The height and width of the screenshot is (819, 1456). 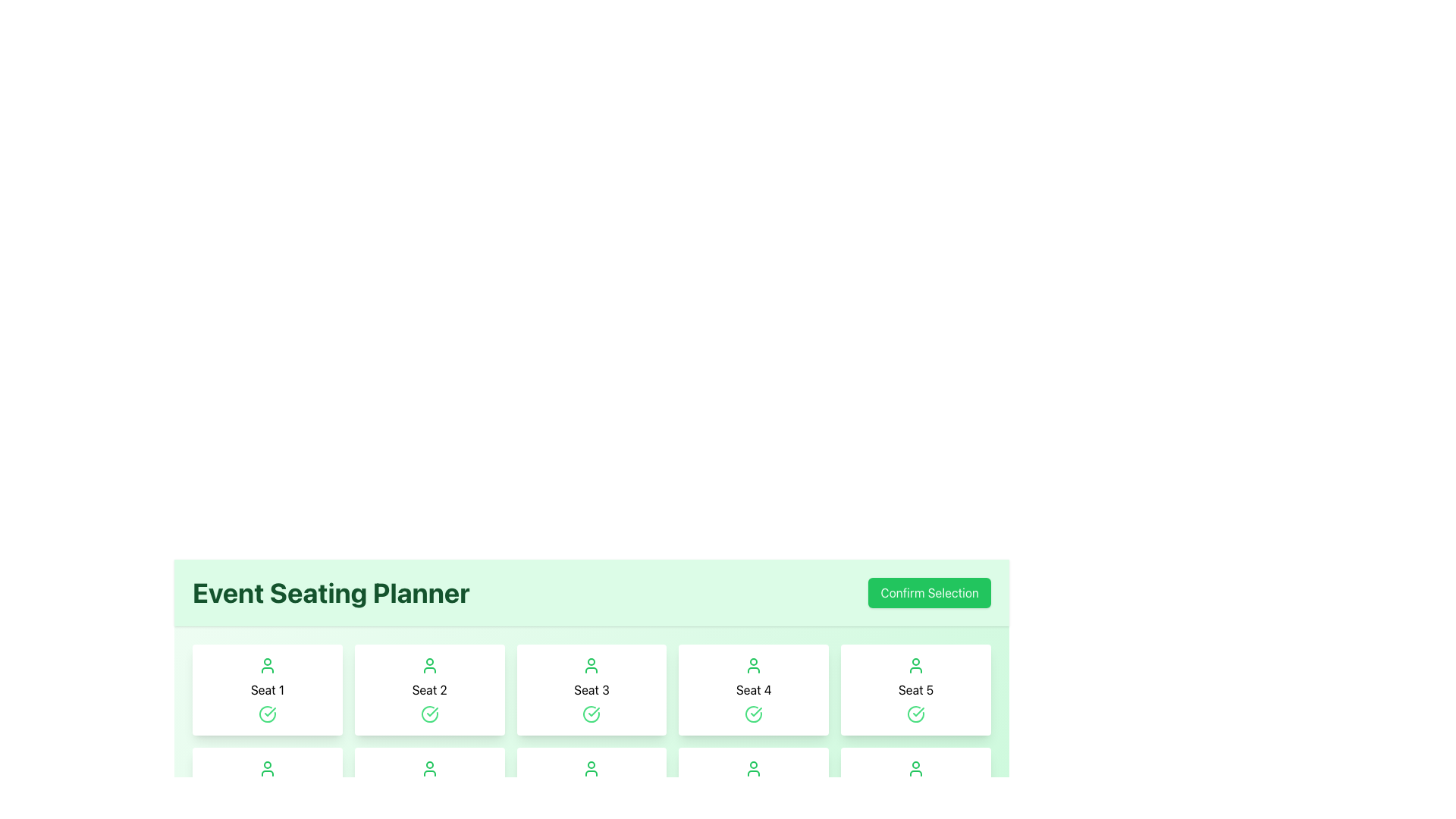 What do you see at coordinates (428, 665) in the screenshot?
I see `the user icon displayed in a minimalist line drawing style, colored green, located centrally within the 'Seat 2' box, positioned above the green check mark and below the header text` at bounding box center [428, 665].